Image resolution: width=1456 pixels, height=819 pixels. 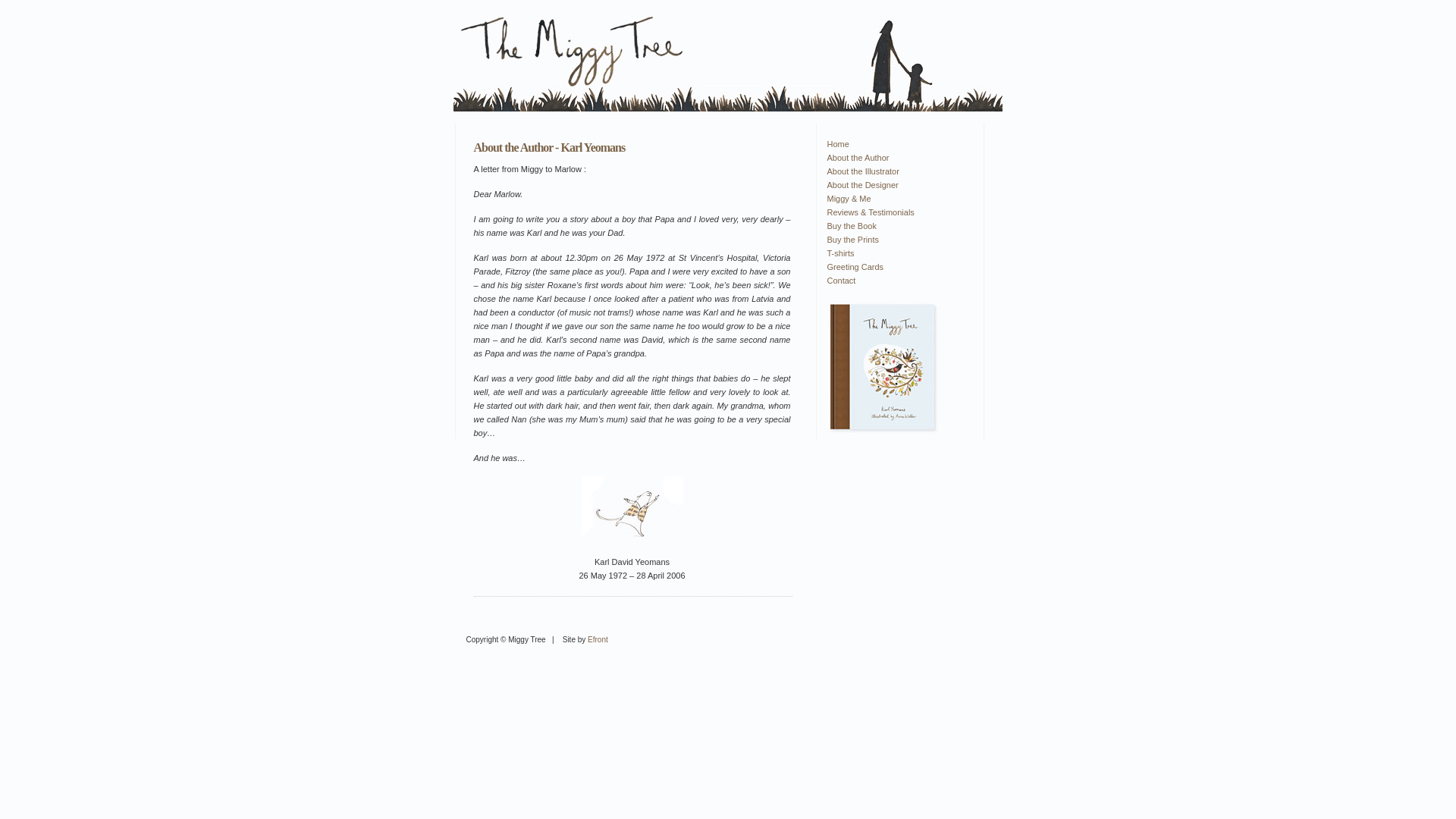 I want to click on 'About the Author', so click(x=895, y=158).